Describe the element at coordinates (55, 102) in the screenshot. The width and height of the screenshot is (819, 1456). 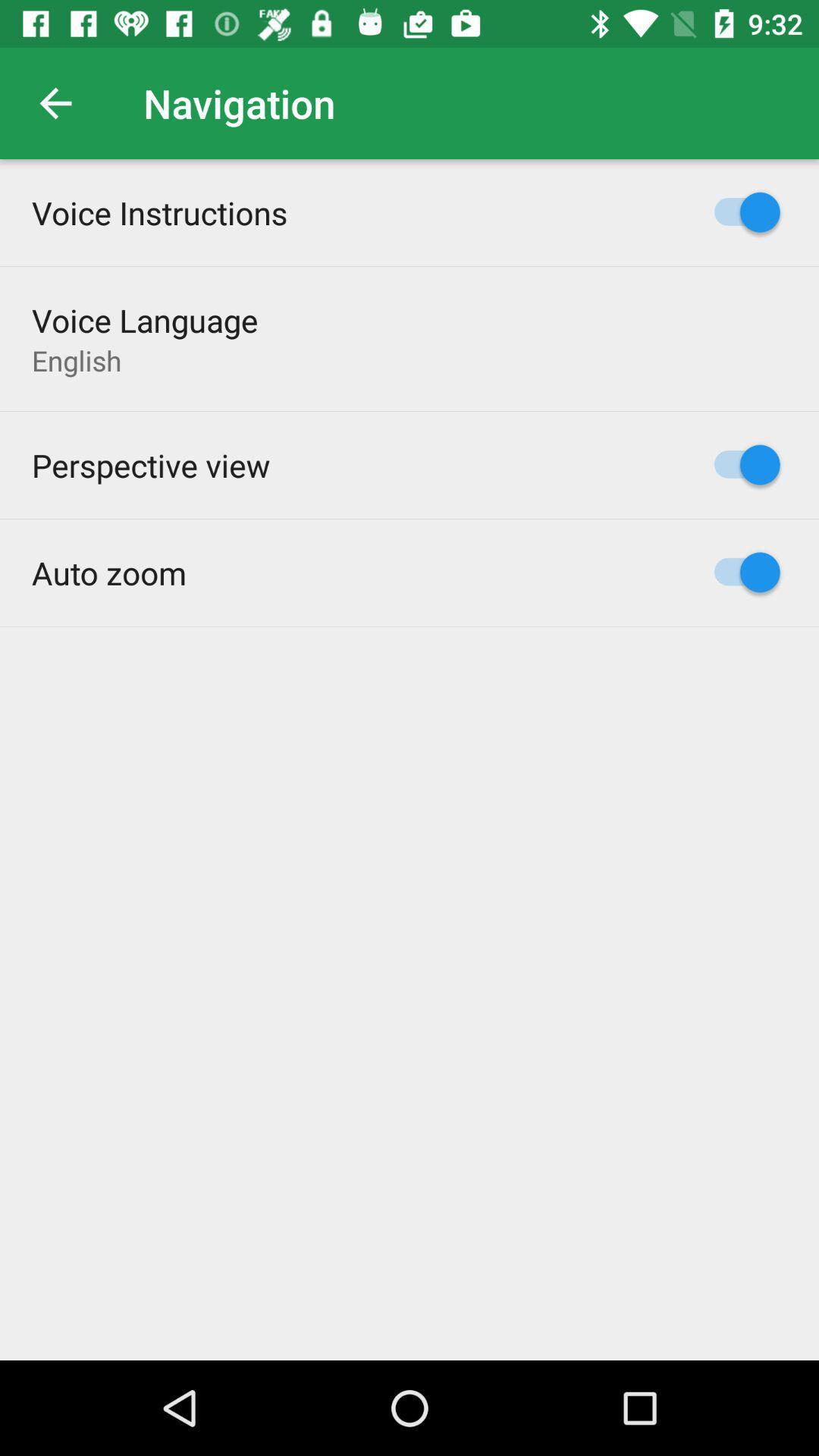
I see `icon to the left of navigation icon` at that location.